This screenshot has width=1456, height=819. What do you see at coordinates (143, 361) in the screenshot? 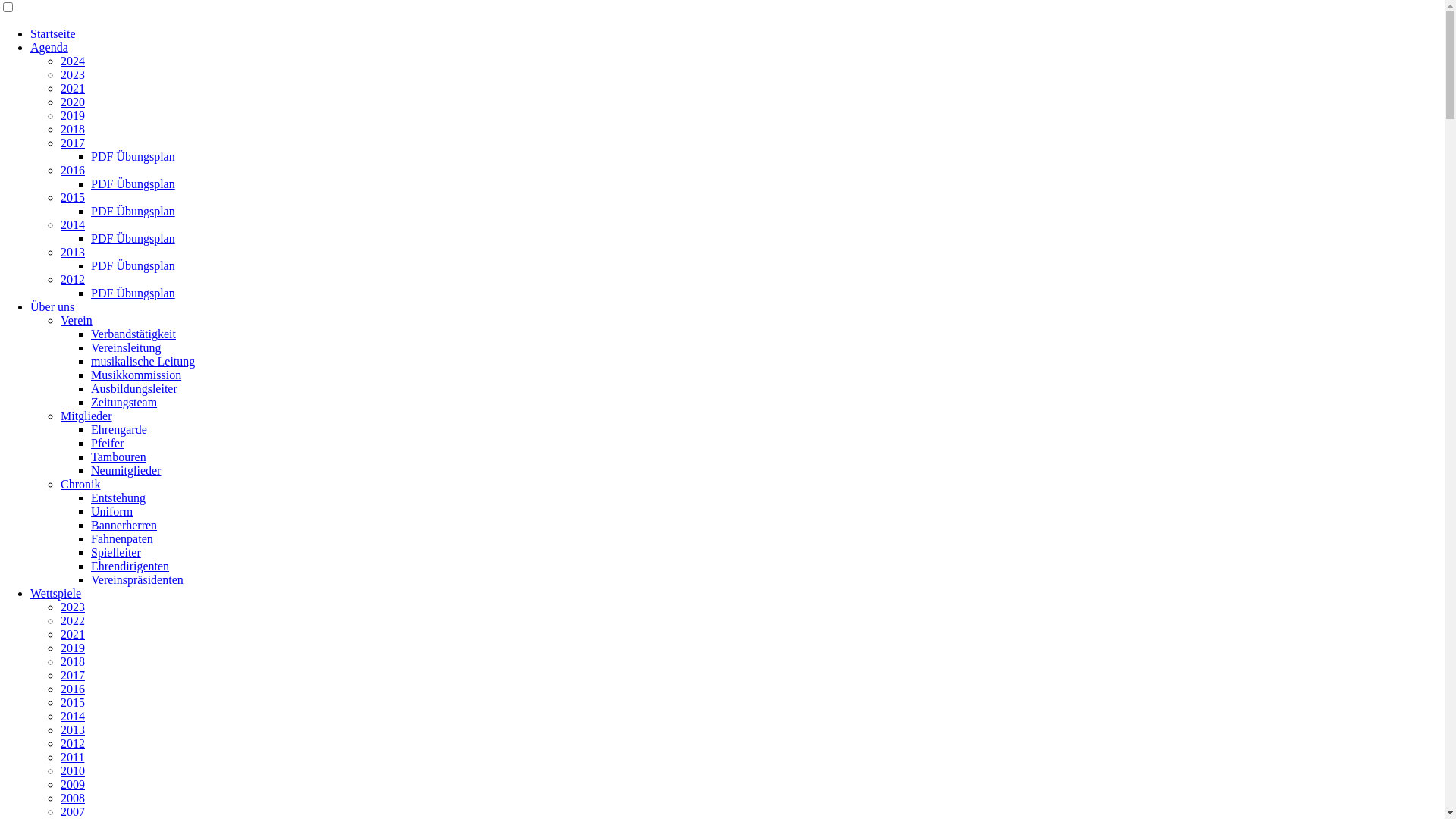
I see `'musikalische Leitung'` at bounding box center [143, 361].